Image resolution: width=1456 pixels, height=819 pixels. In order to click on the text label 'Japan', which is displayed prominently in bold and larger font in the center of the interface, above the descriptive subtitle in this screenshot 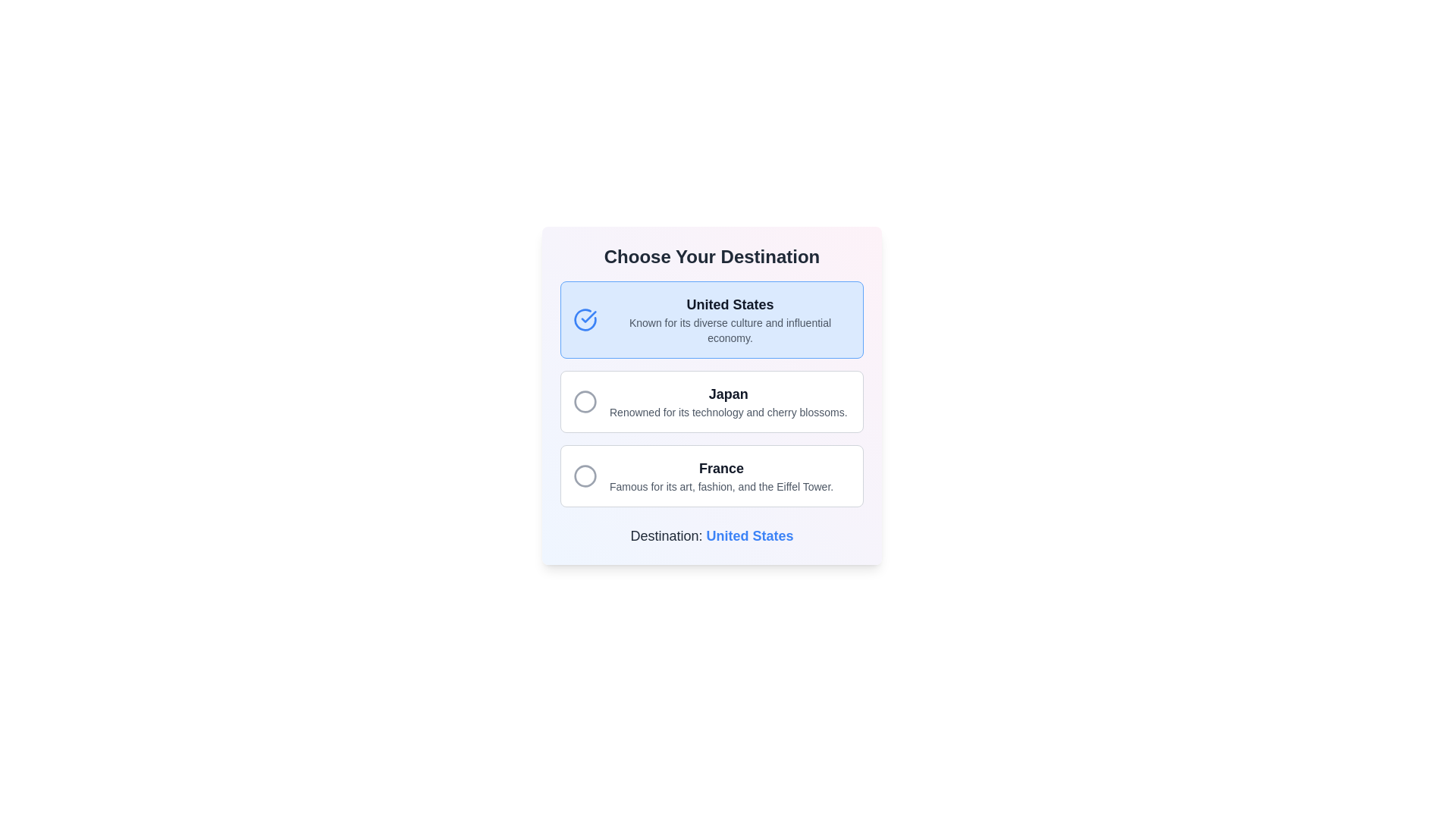, I will do `click(728, 394)`.